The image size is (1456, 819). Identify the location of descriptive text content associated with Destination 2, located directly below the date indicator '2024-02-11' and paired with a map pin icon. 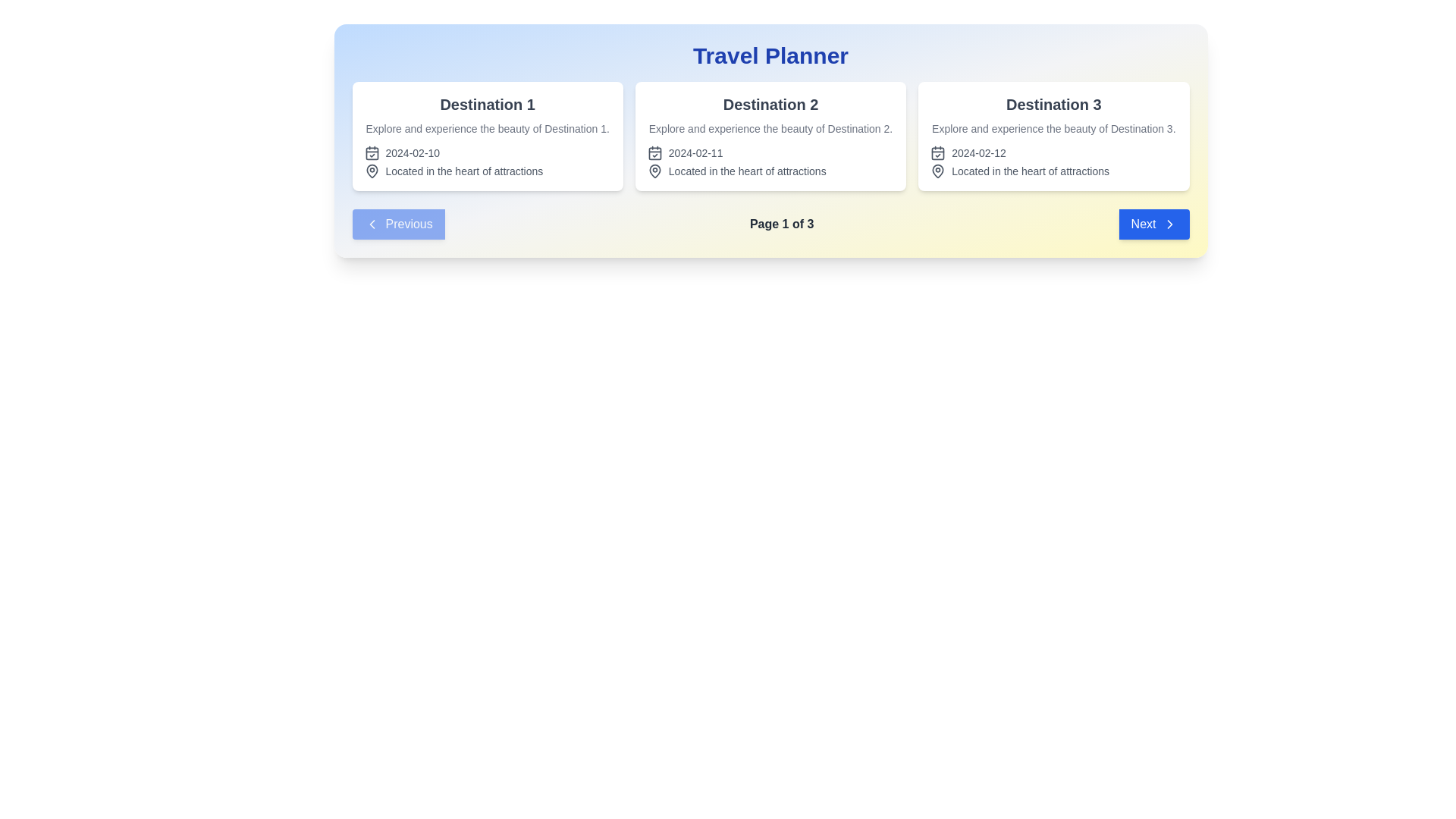
(770, 171).